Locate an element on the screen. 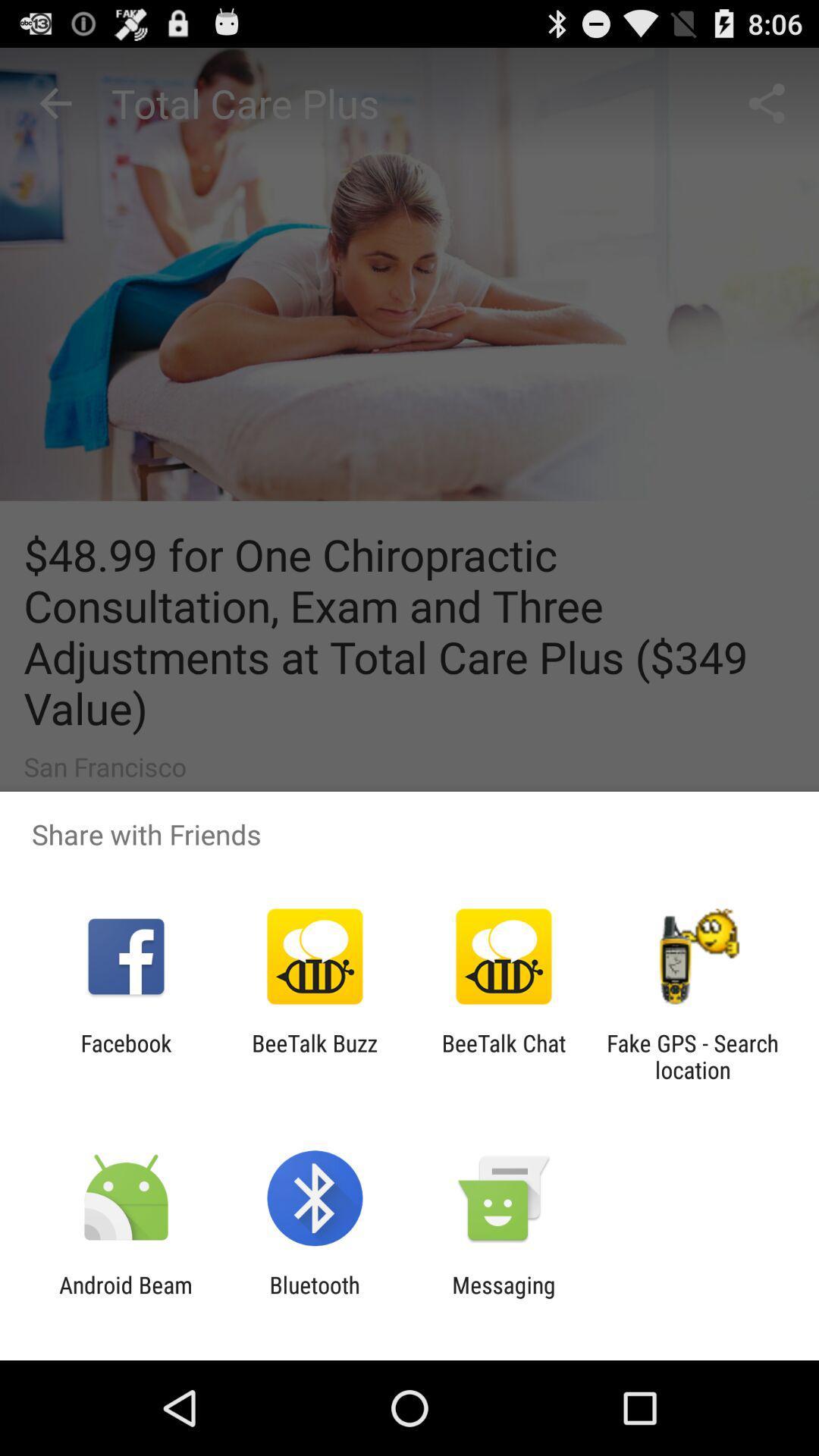  icon to the right of facebook icon is located at coordinates (314, 1056).